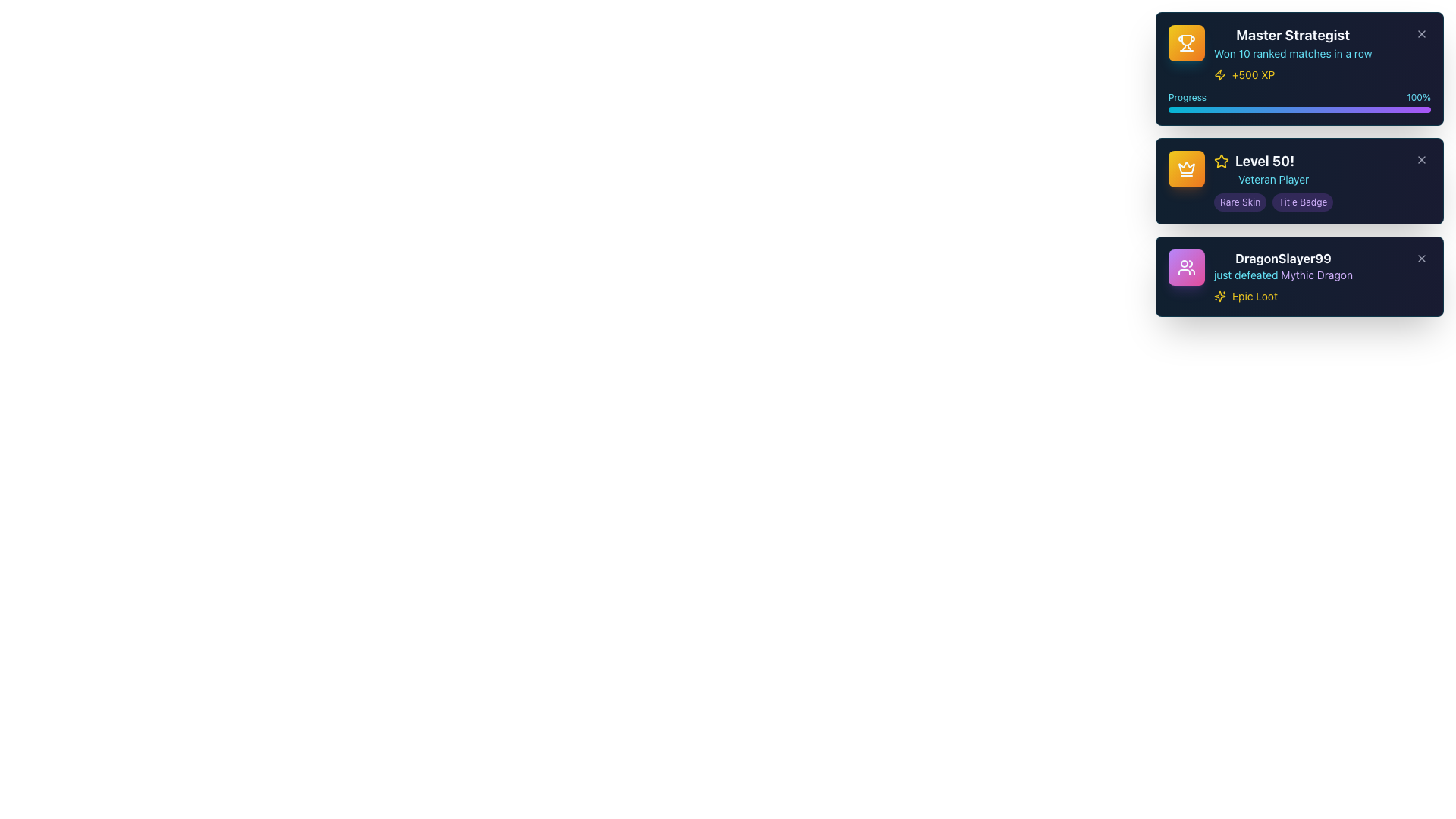 Image resolution: width=1456 pixels, height=819 pixels. What do you see at coordinates (1292, 34) in the screenshot?
I see `the 'Master Strategist' heading text label, which is styled in bold white font and located at the top of a dark rectangular card` at bounding box center [1292, 34].